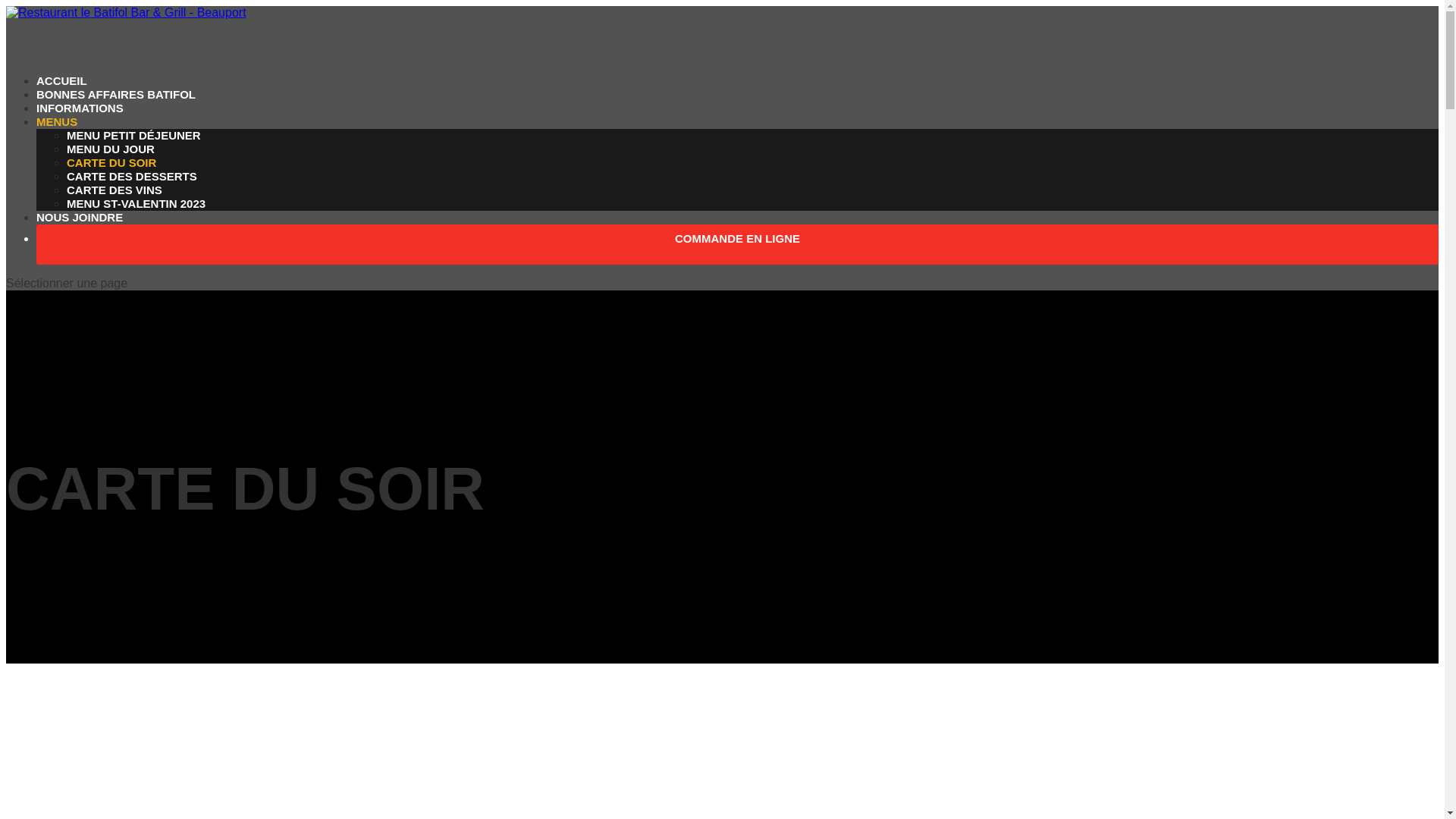  What do you see at coordinates (136, 202) in the screenshot?
I see `'MENU ST-VALENTIN 2023'` at bounding box center [136, 202].